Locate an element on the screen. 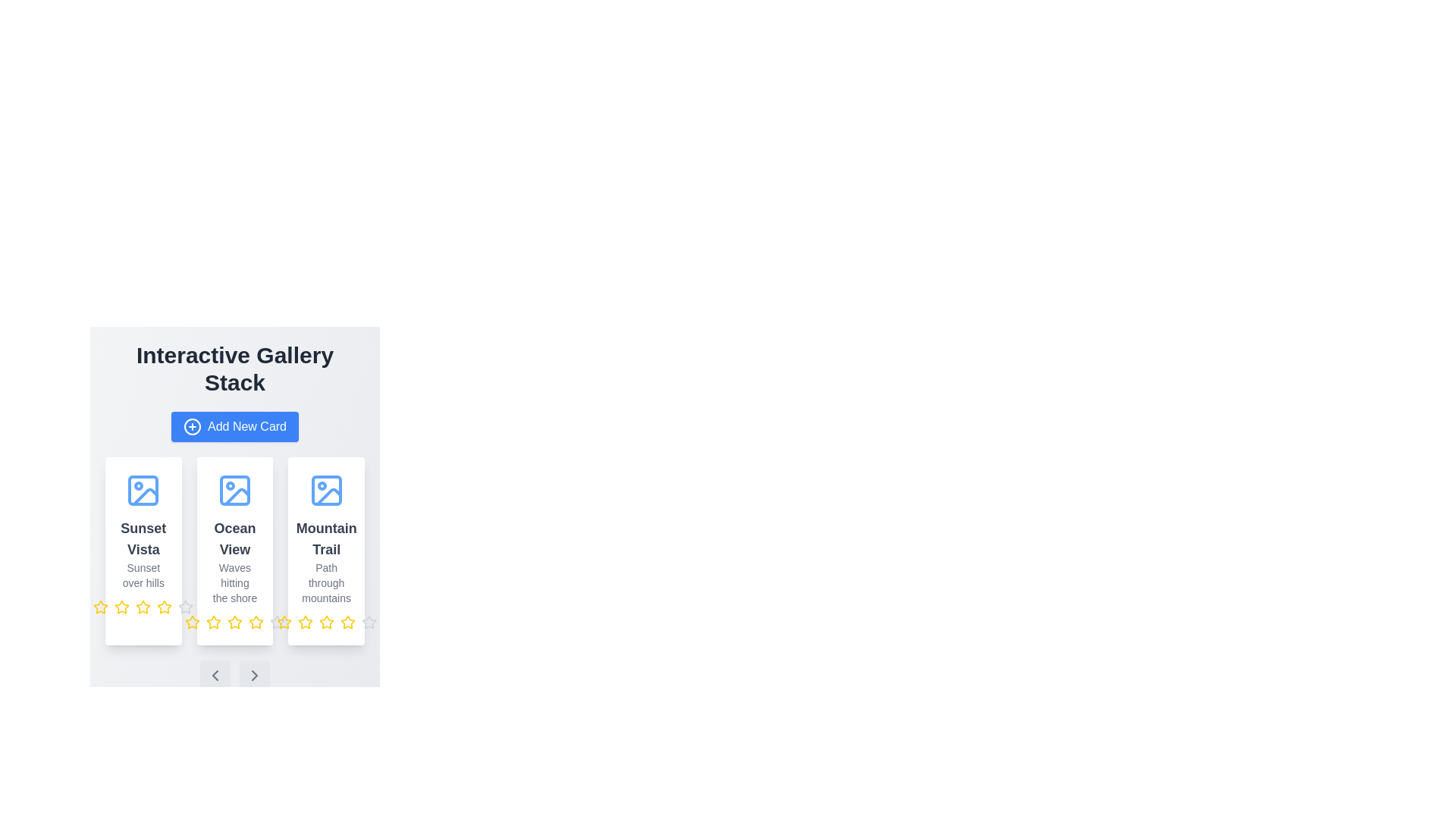 Image resolution: width=1456 pixels, height=819 pixels. the second star-shaped rating icon with yellow borders and a white-filled center is located at coordinates (213, 622).